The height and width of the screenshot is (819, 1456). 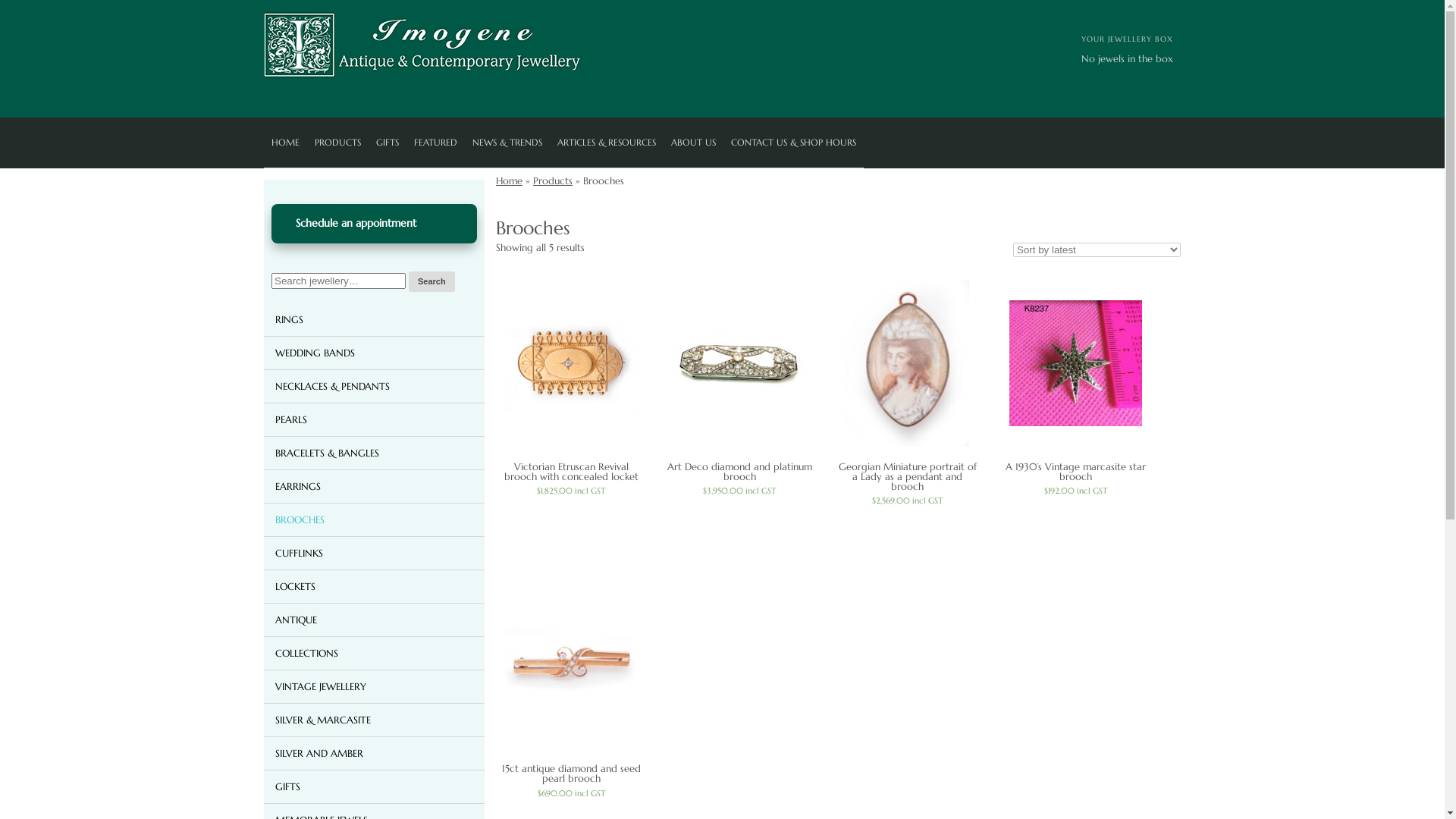 What do you see at coordinates (374, 552) in the screenshot?
I see `'CUFFLINKS'` at bounding box center [374, 552].